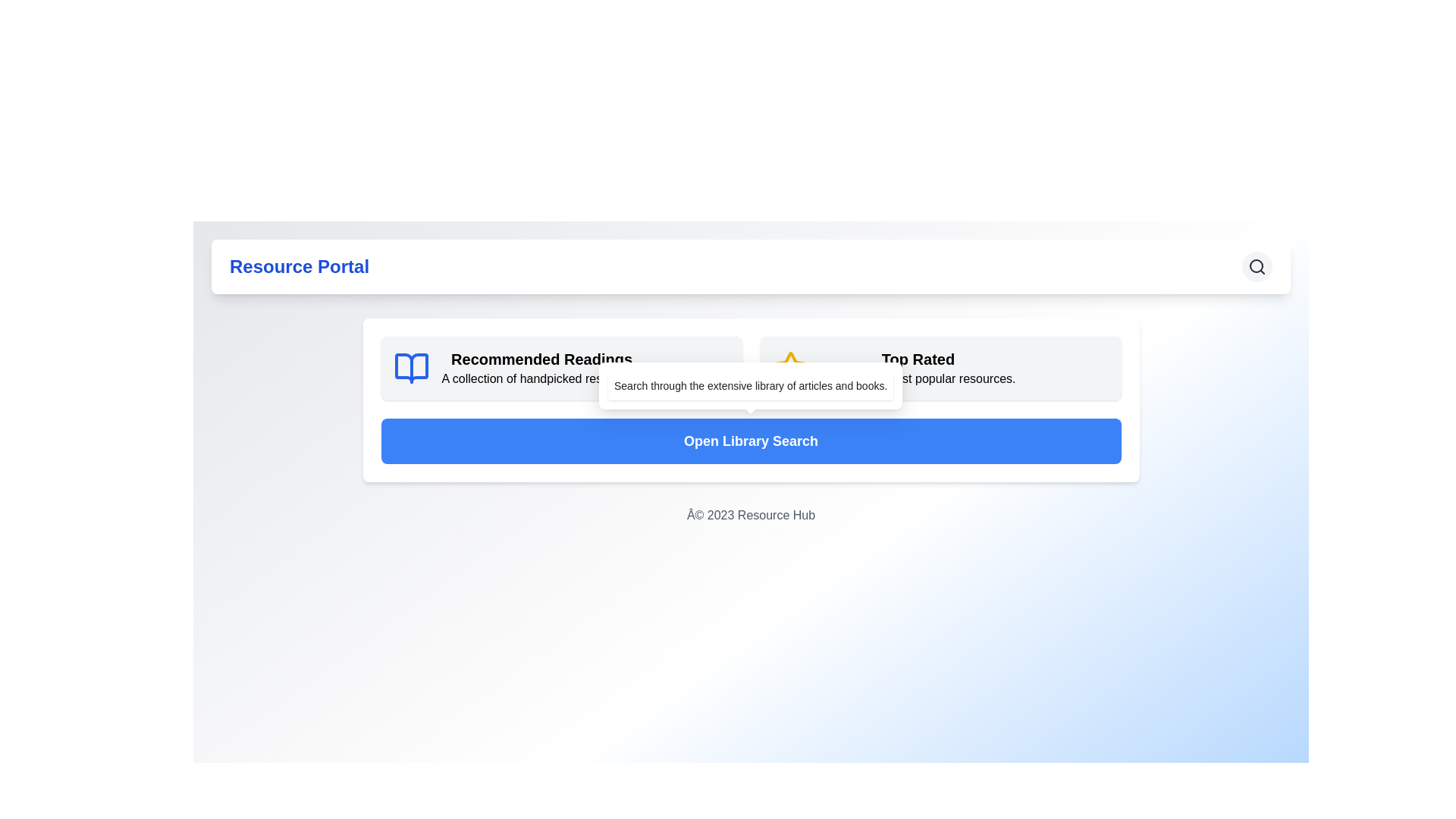 The width and height of the screenshot is (1456, 819). I want to click on the static text display that shows the copyright statement, located at the bottom-center of the interface, just below the 'Open Library Search' button, so click(751, 514).